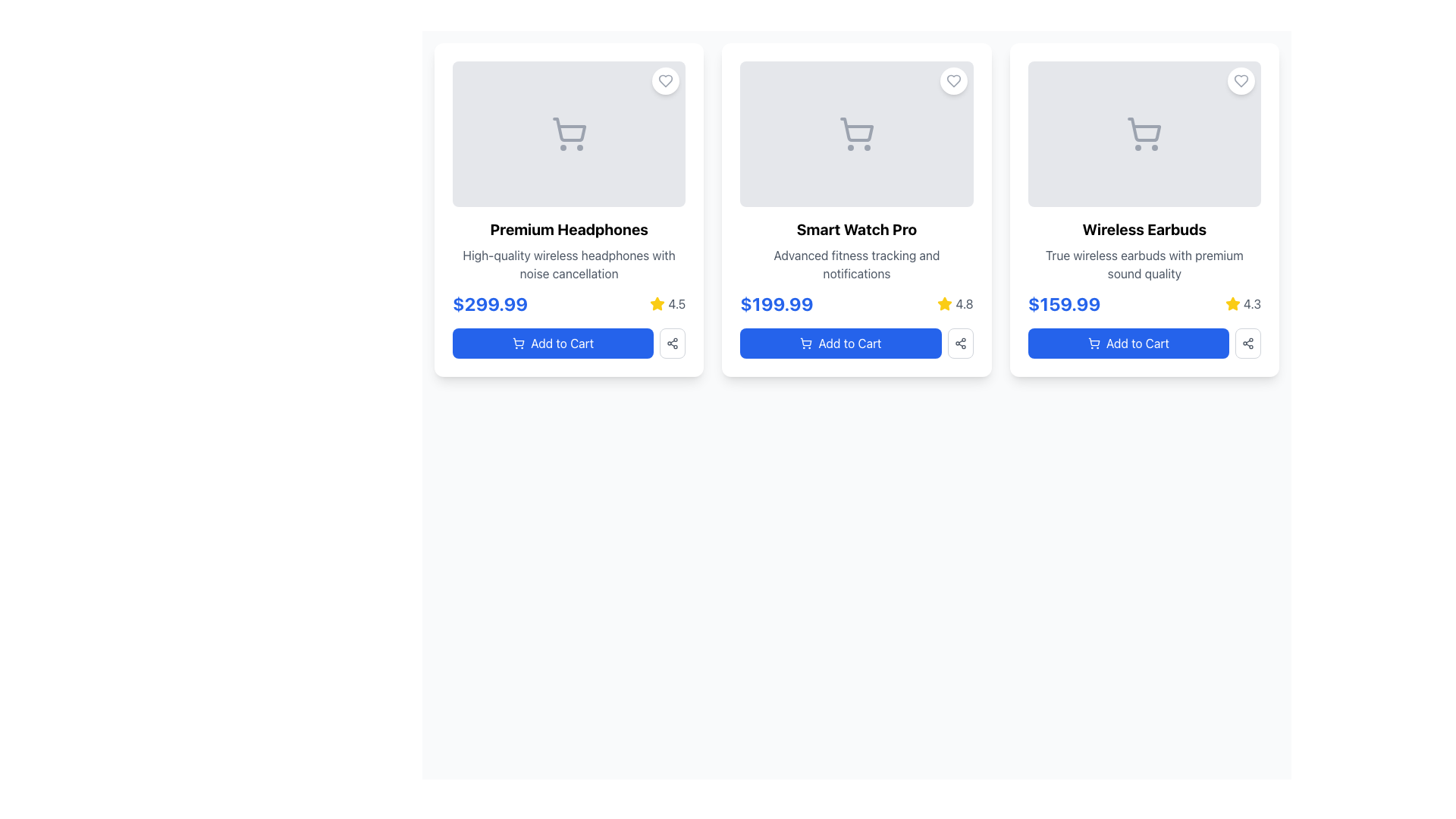  I want to click on the shopping cart graphic in the upper center region of the 'Smart Watch Pro' card for possible interactions, so click(857, 129).